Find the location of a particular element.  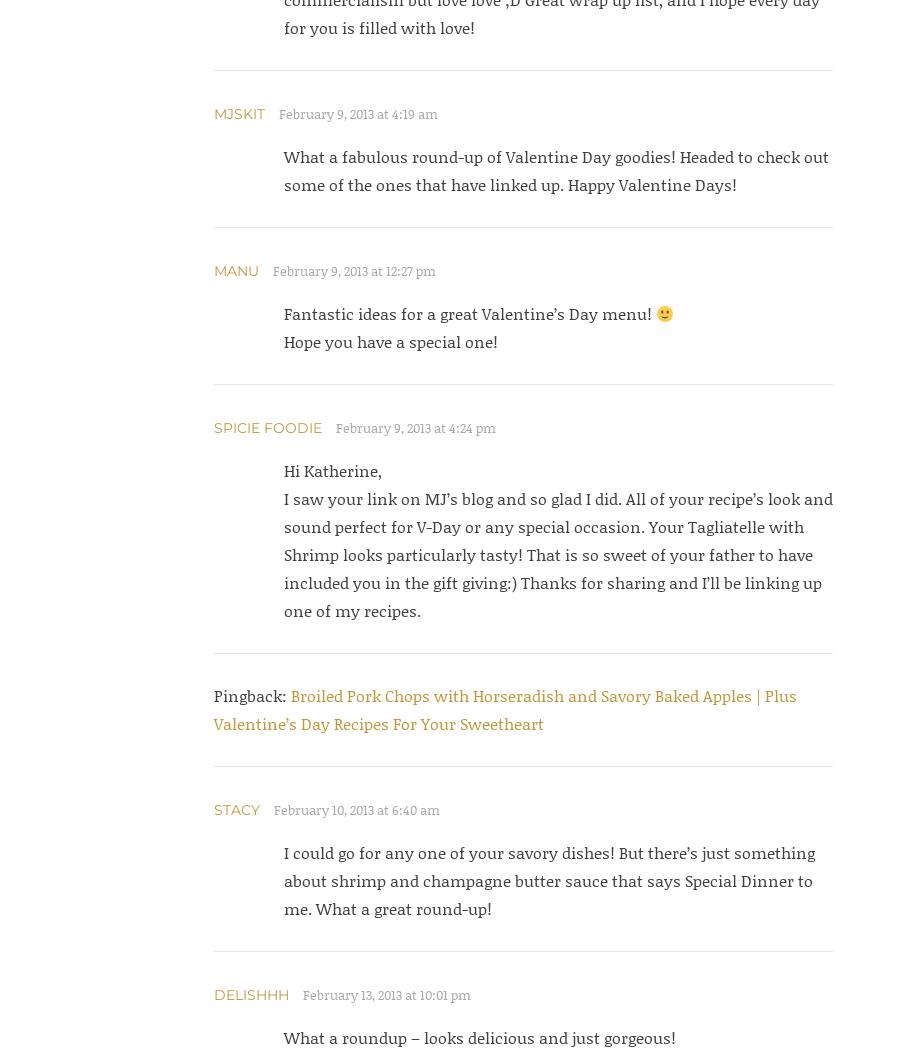

'Fantastic ideas for a great Valentine’s Day menu!' is located at coordinates (467, 313).